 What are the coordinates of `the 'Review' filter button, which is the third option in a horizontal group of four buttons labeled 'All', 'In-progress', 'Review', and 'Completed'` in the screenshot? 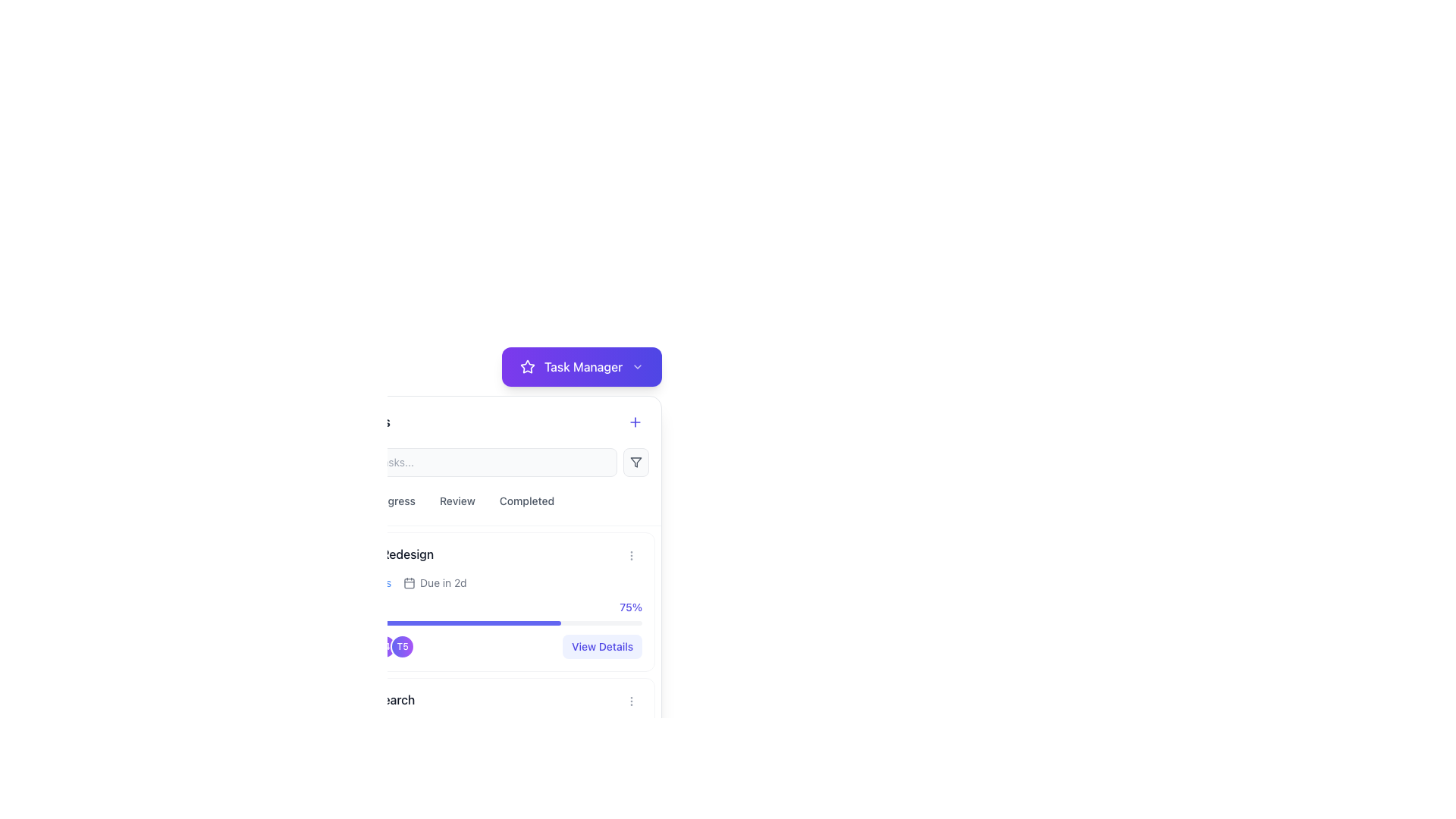 It's located at (457, 500).